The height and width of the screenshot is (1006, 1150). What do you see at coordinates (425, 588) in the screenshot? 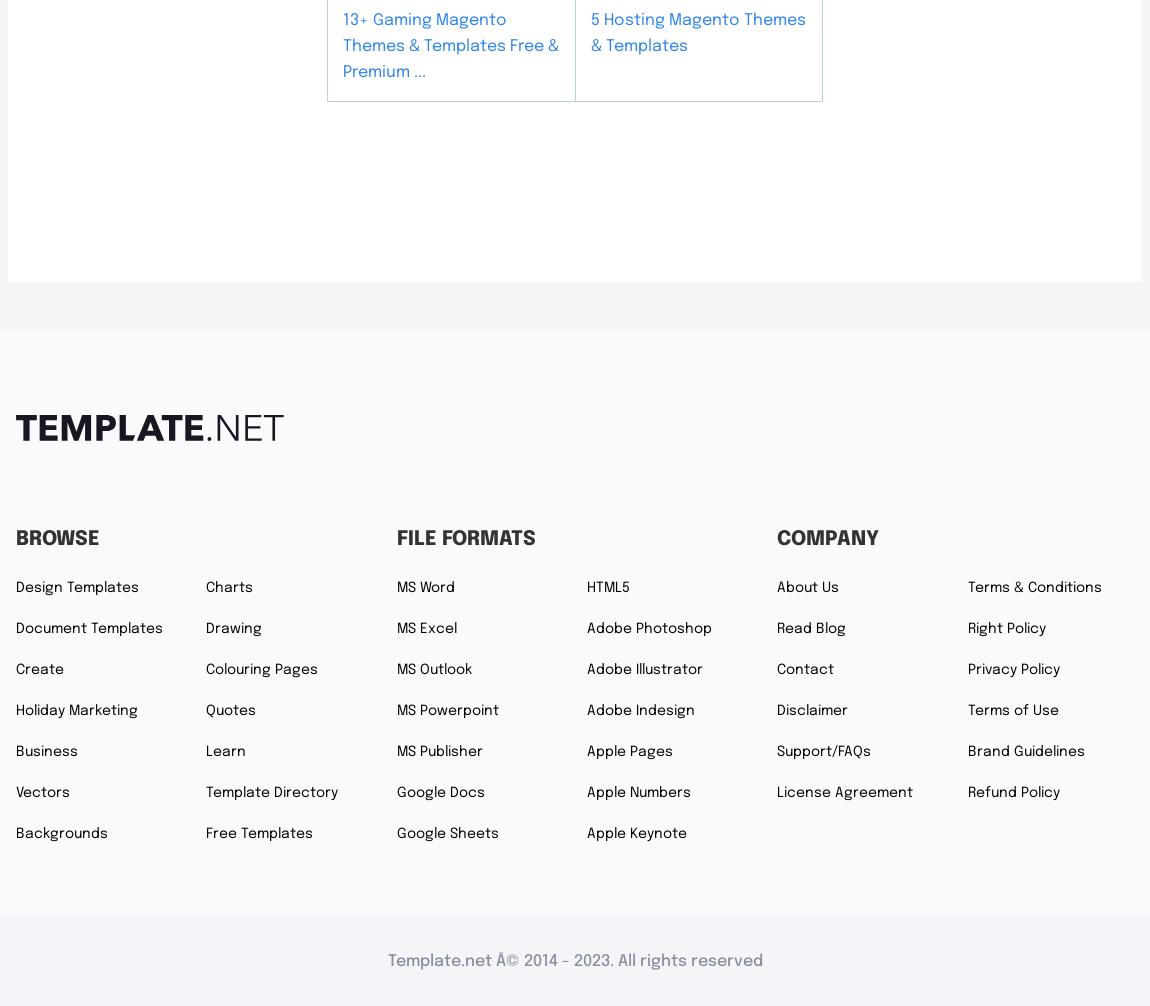
I see `'MS Word'` at bounding box center [425, 588].